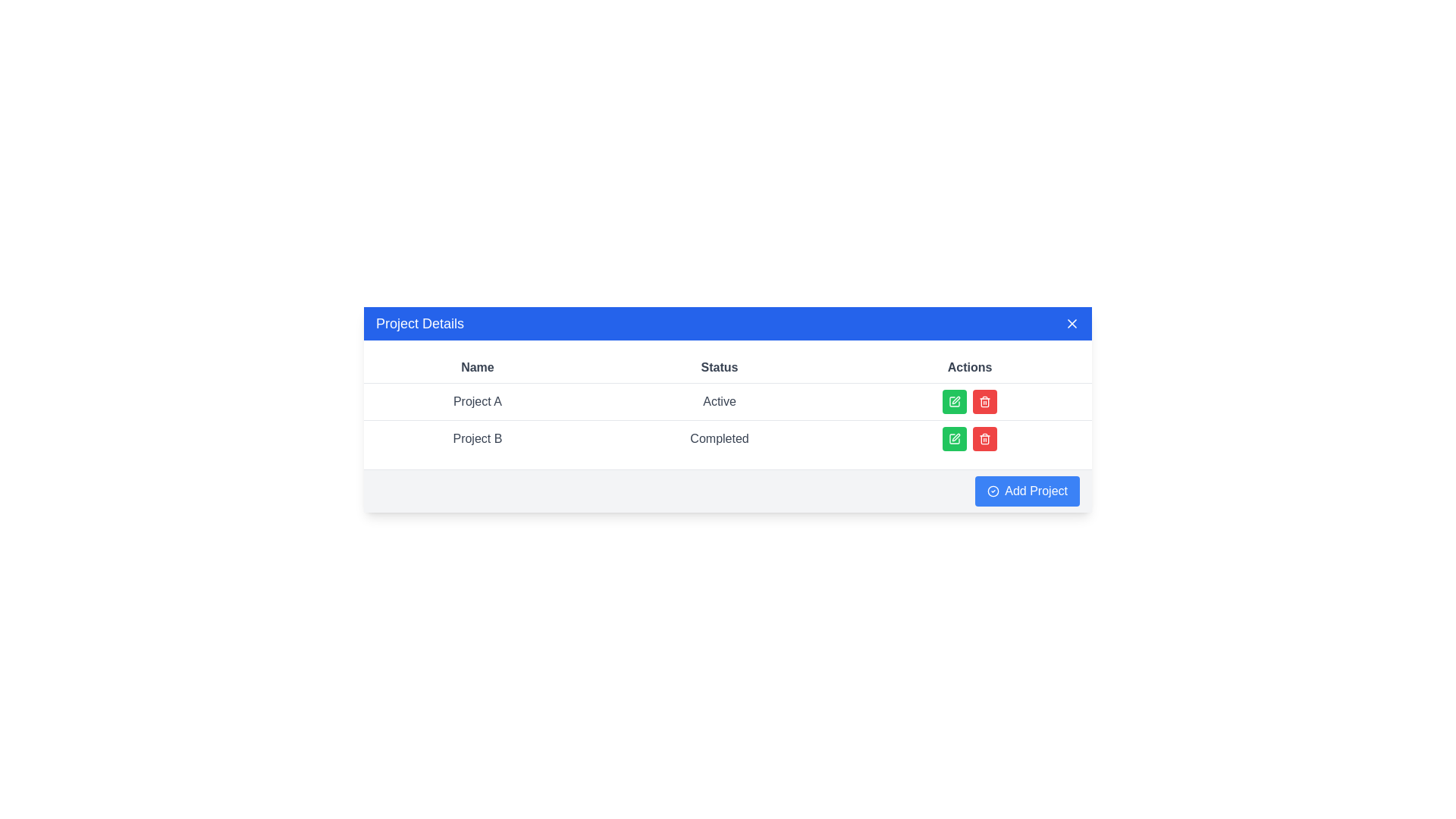 The height and width of the screenshot is (819, 1456). Describe the element at coordinates (476, 400) in the screenshot. I see `the text label for 'Project A' located in the first cell of the 'Name' column in the Project Details table` at that location.